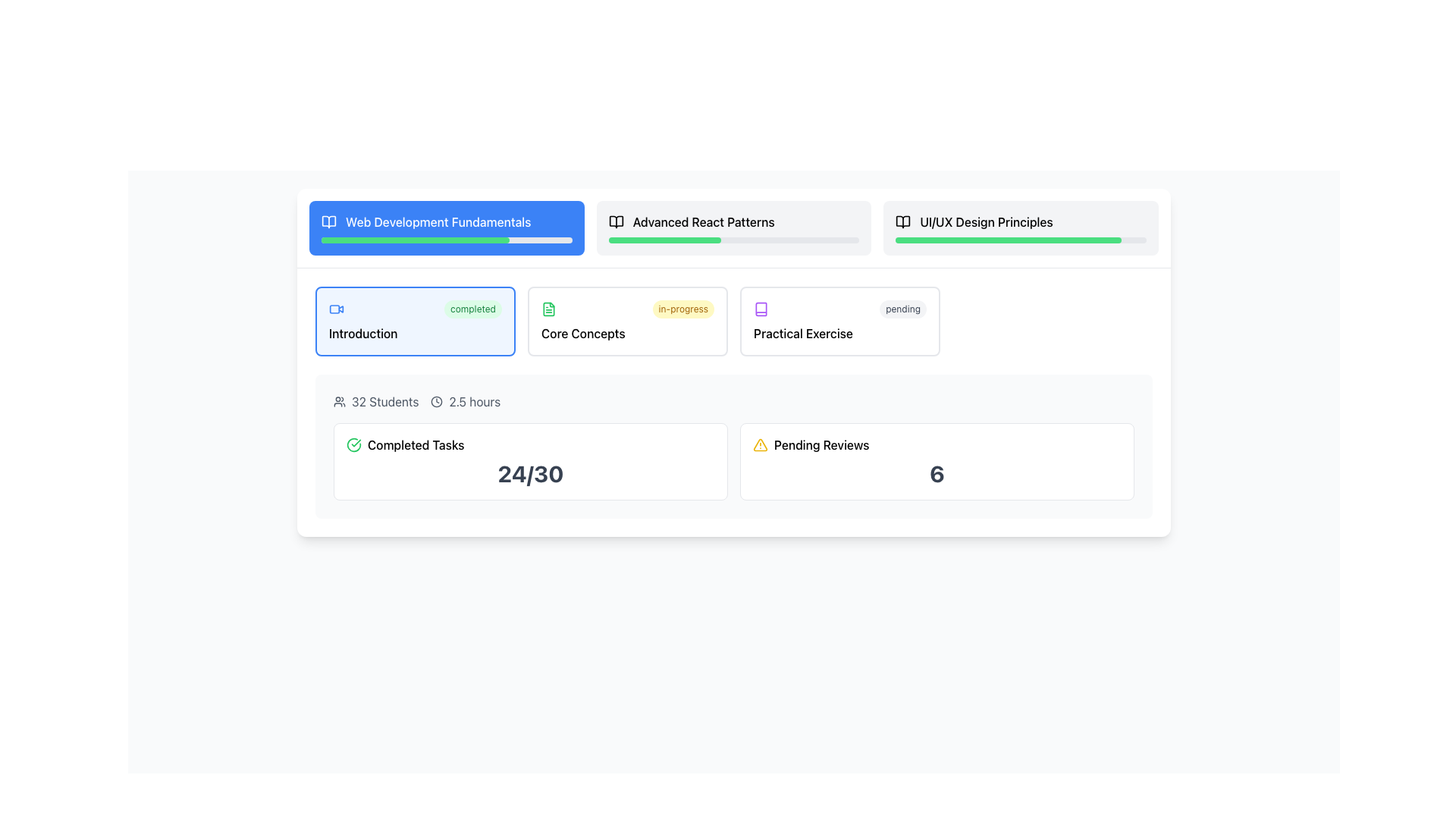 This screenshot has width=1456, height=819. What do you see at coordinates (446, 239) in the screenshot?
I see `the progress bar located beneath the title 'Web Development Fundamentals'` at bounding box center [446, 239].